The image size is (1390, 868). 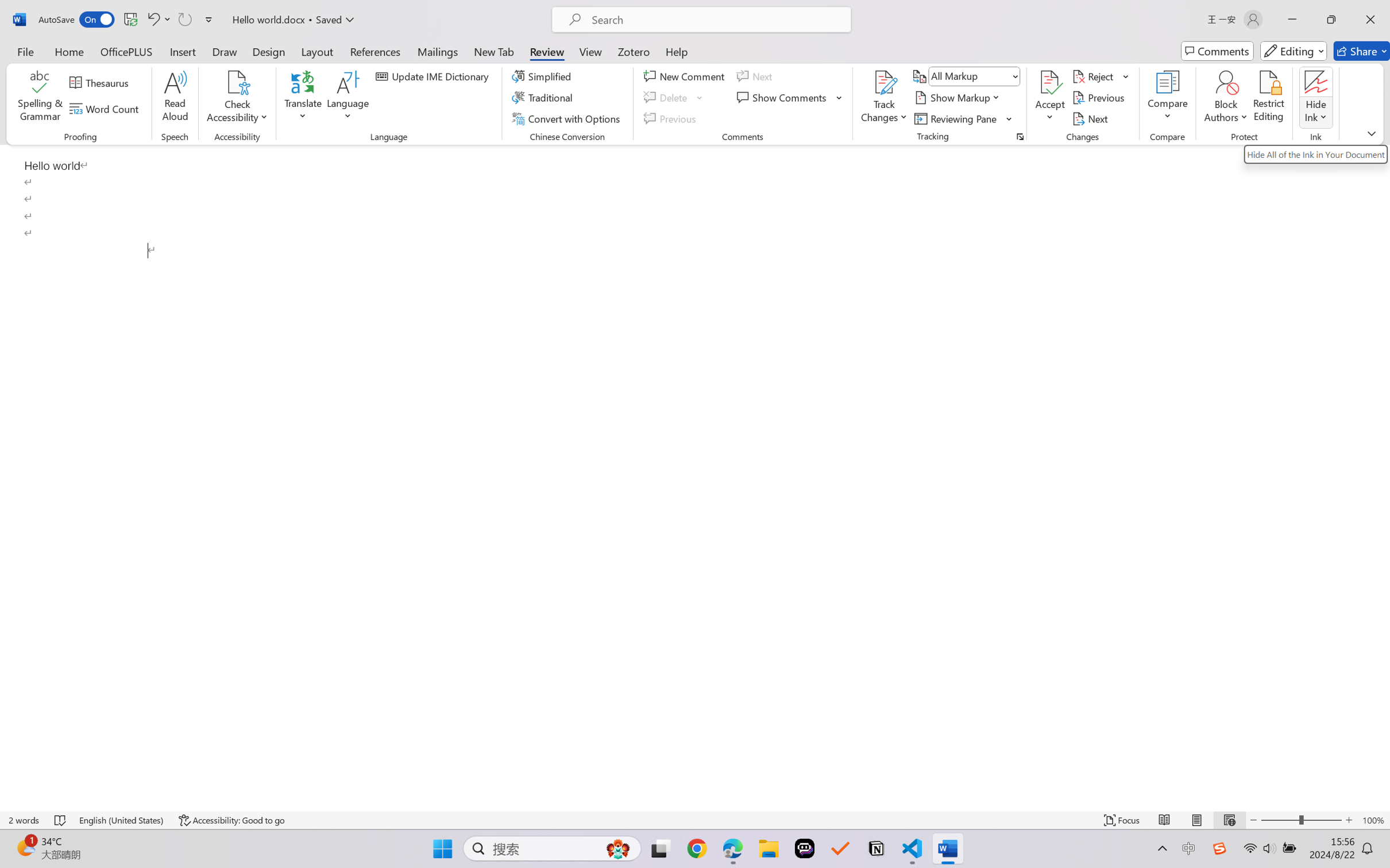 I want to click on 'Traditional', so click(x=543, y=98).